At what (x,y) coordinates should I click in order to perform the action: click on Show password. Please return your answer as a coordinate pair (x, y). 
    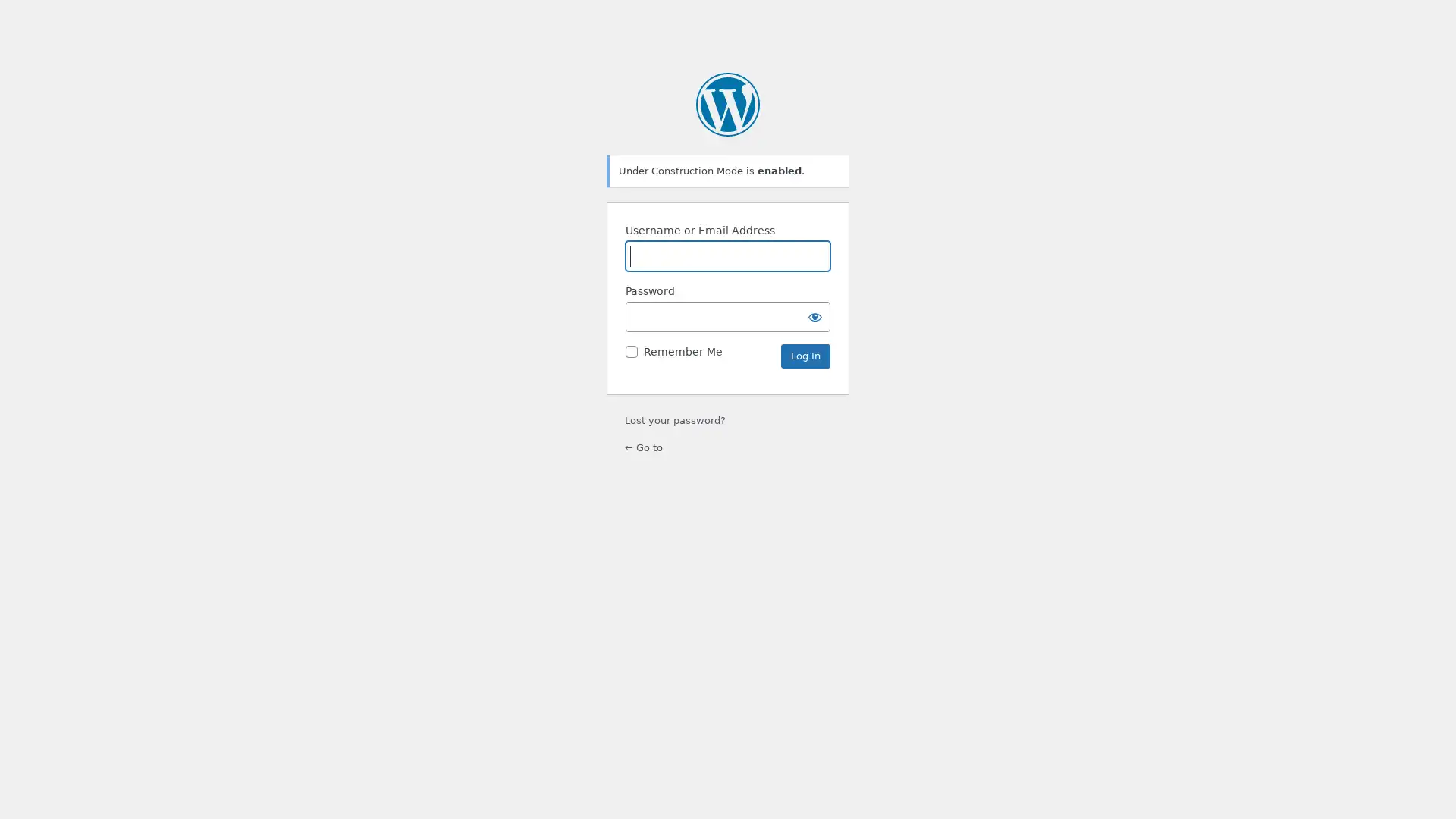
    Looking at the image, I should click on (814, 315).